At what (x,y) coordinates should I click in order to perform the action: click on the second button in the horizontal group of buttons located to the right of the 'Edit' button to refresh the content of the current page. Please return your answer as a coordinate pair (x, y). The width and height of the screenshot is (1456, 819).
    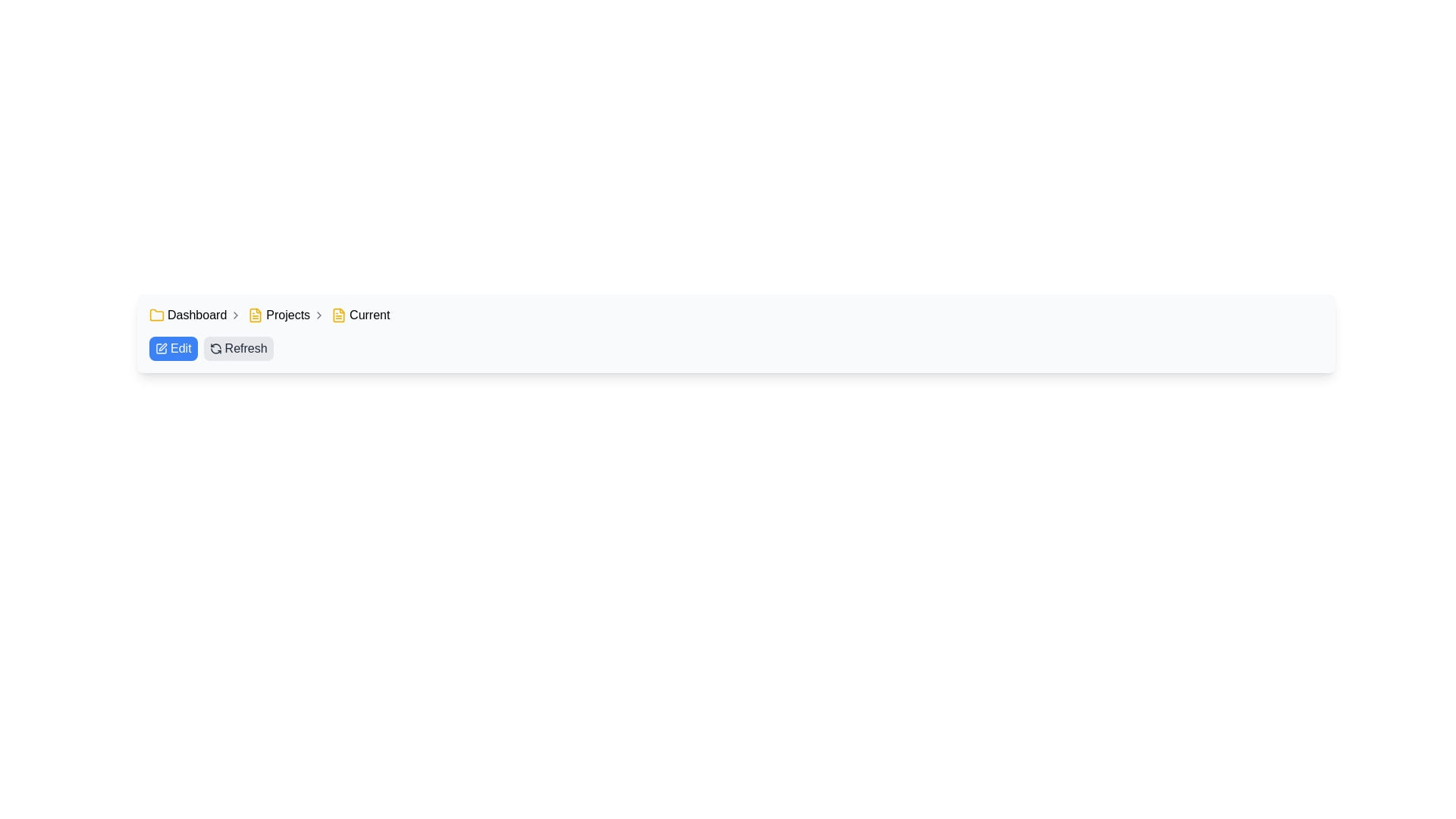
    Looking at the image, I should click on (237, 348).